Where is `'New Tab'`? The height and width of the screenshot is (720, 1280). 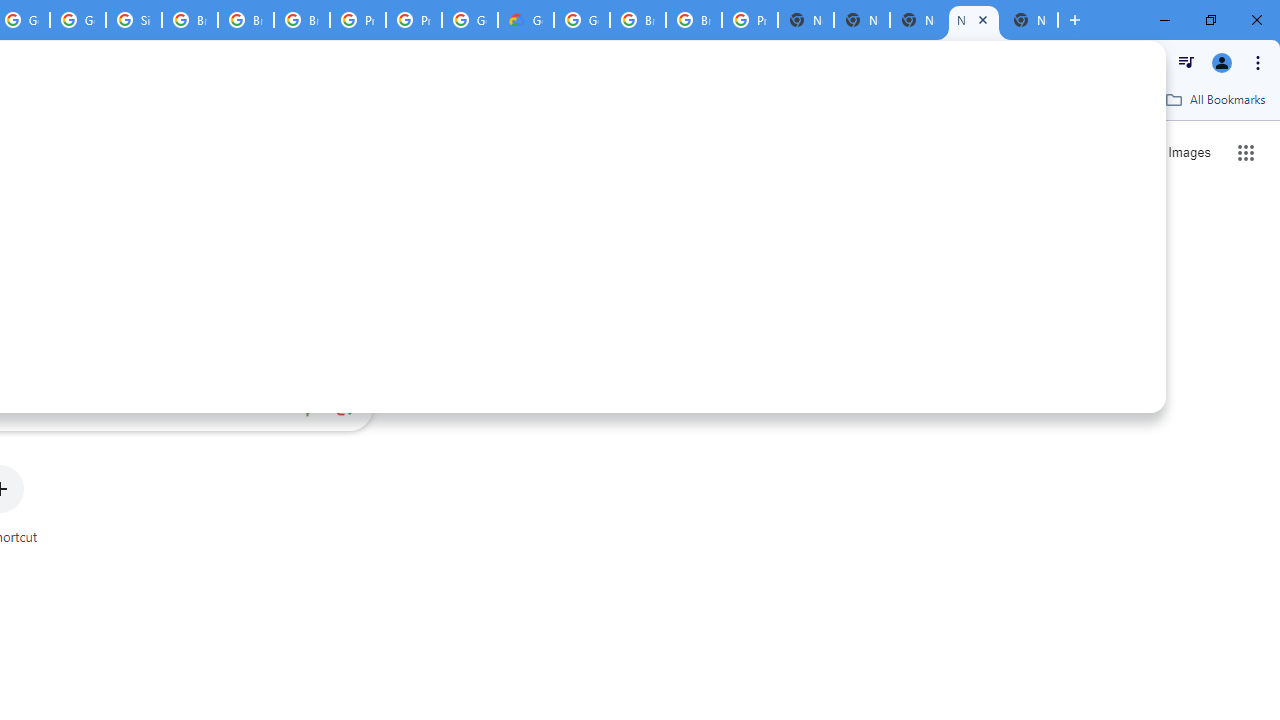
'New Tab' is located at coordinates (1030, 20).